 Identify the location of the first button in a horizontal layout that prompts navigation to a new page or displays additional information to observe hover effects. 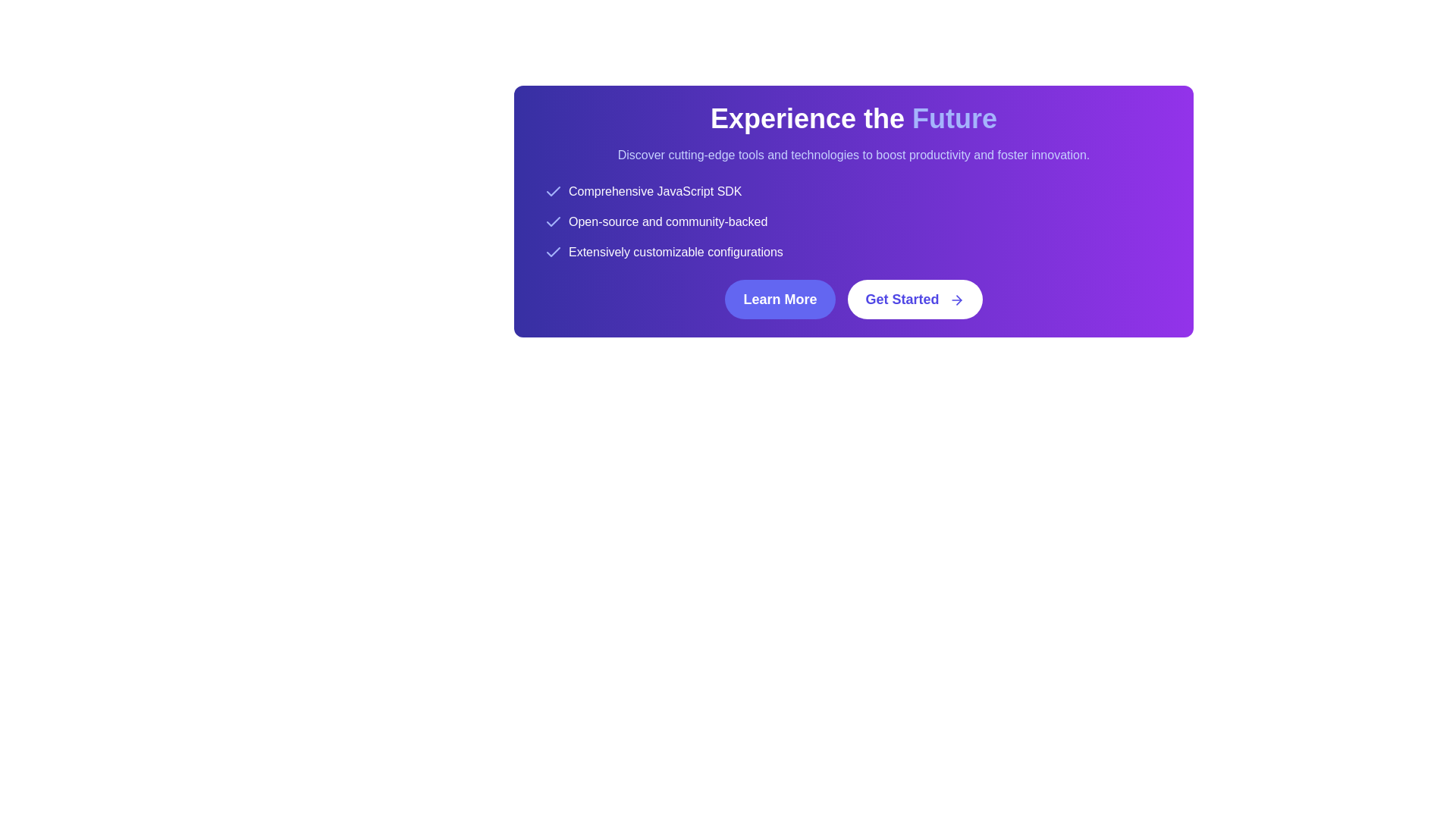
(780, 299).